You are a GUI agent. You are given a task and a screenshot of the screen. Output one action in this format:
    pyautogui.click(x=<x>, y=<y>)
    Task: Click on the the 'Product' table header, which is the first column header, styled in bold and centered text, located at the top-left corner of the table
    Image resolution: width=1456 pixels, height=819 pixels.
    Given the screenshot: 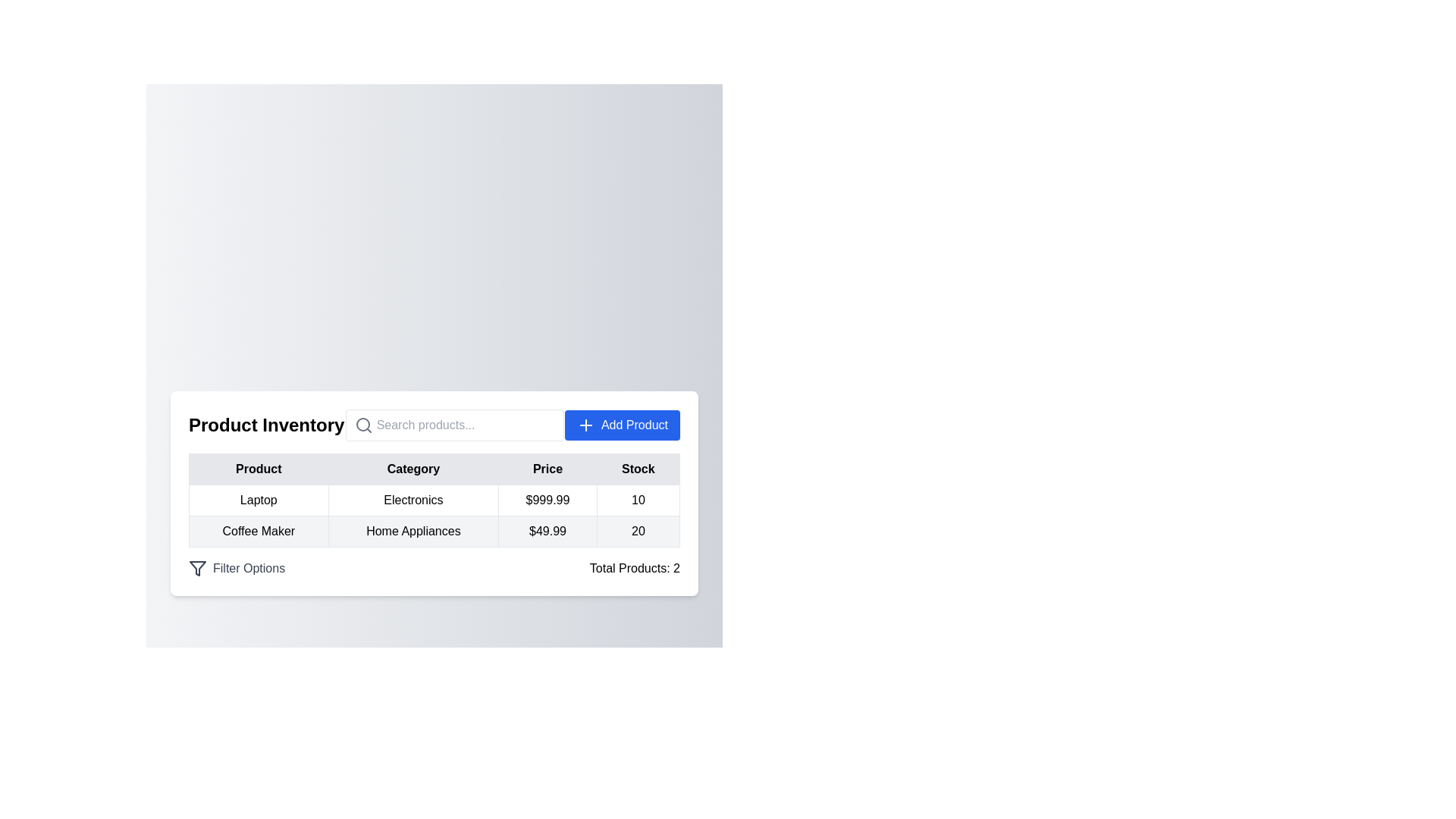 What is the action you would take?
    pyautogui.click(x=259, y=468)
    